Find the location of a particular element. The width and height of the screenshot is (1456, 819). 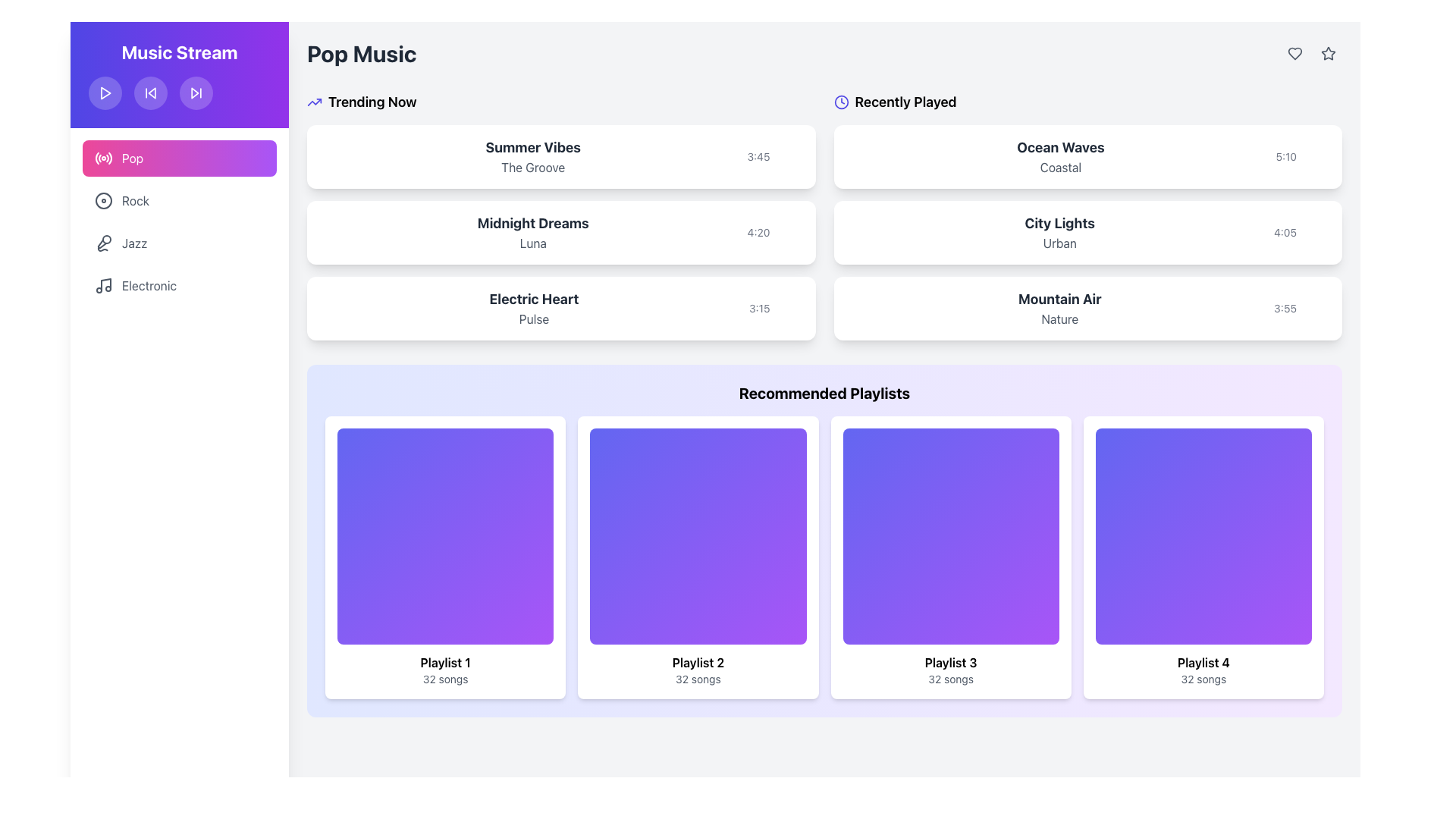

the clock icon that represents the 'Recently Played' section, located to the left of the 'Recently Played' text in the top-right section of the interface is located at coordinates (840, 102).